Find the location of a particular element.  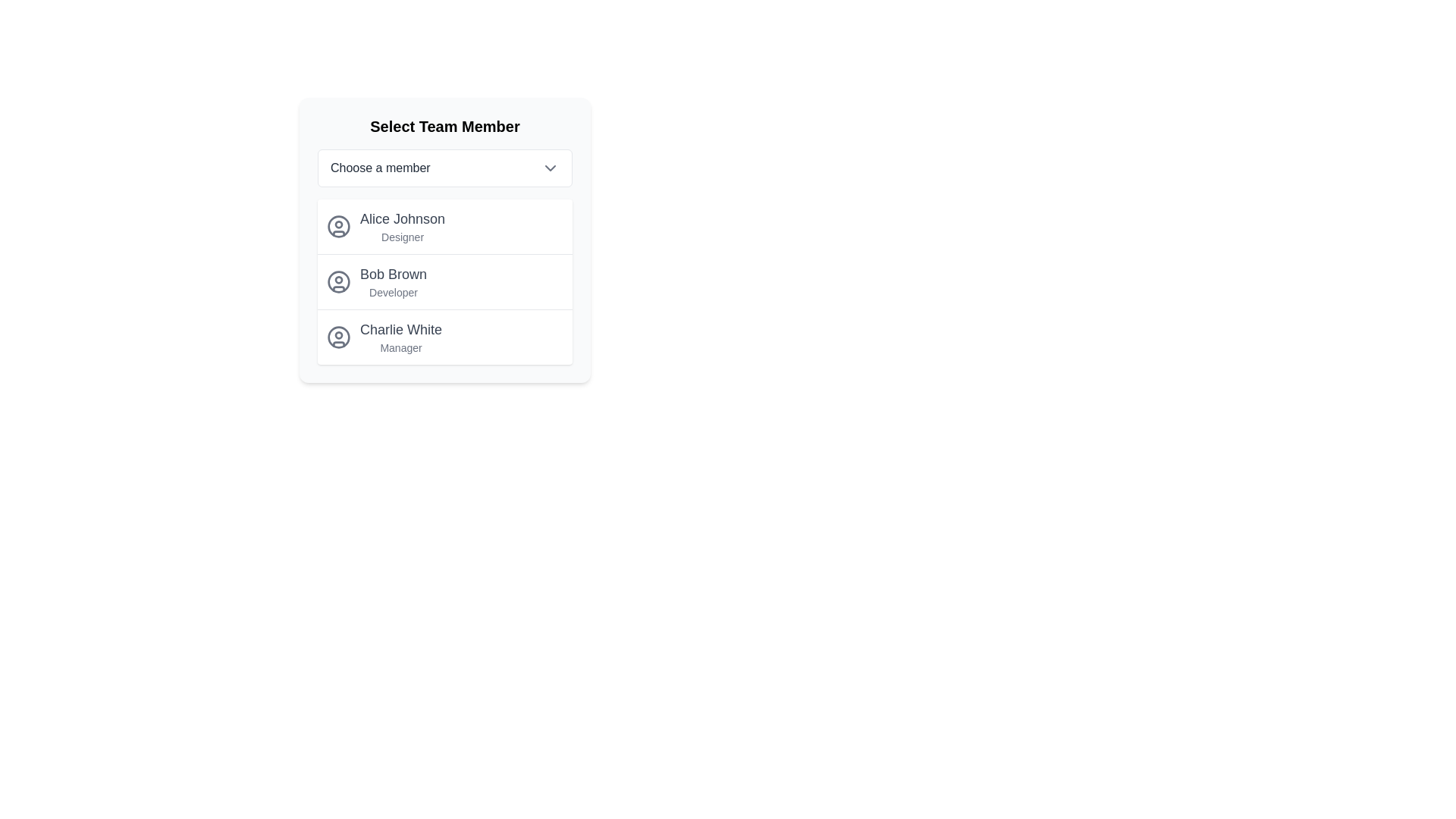

the selectable list item for team member 'Alice Johnson', who is a 'Designer' is located at coordinates (385, 227).